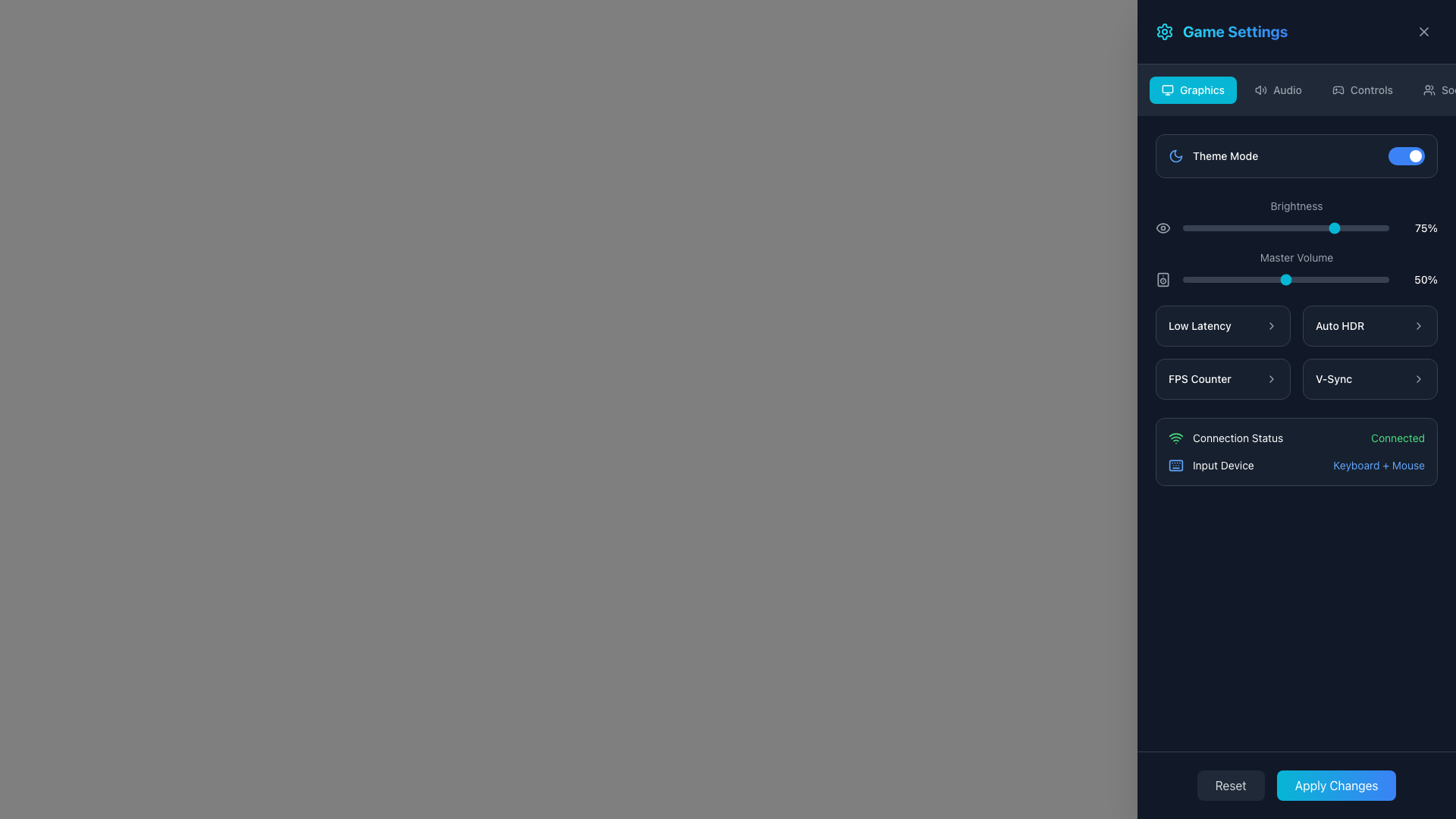 Image resolution: width=1456 pixels, height=819 pixels. Describe the element at coordinates (1225, 155) in the screenshot. I see `the 'Theme Mode' text label element, which is styled in a small-sized, medium-weight font and is part of the theme mode settings in the upper portion of the settings panel` at that location.